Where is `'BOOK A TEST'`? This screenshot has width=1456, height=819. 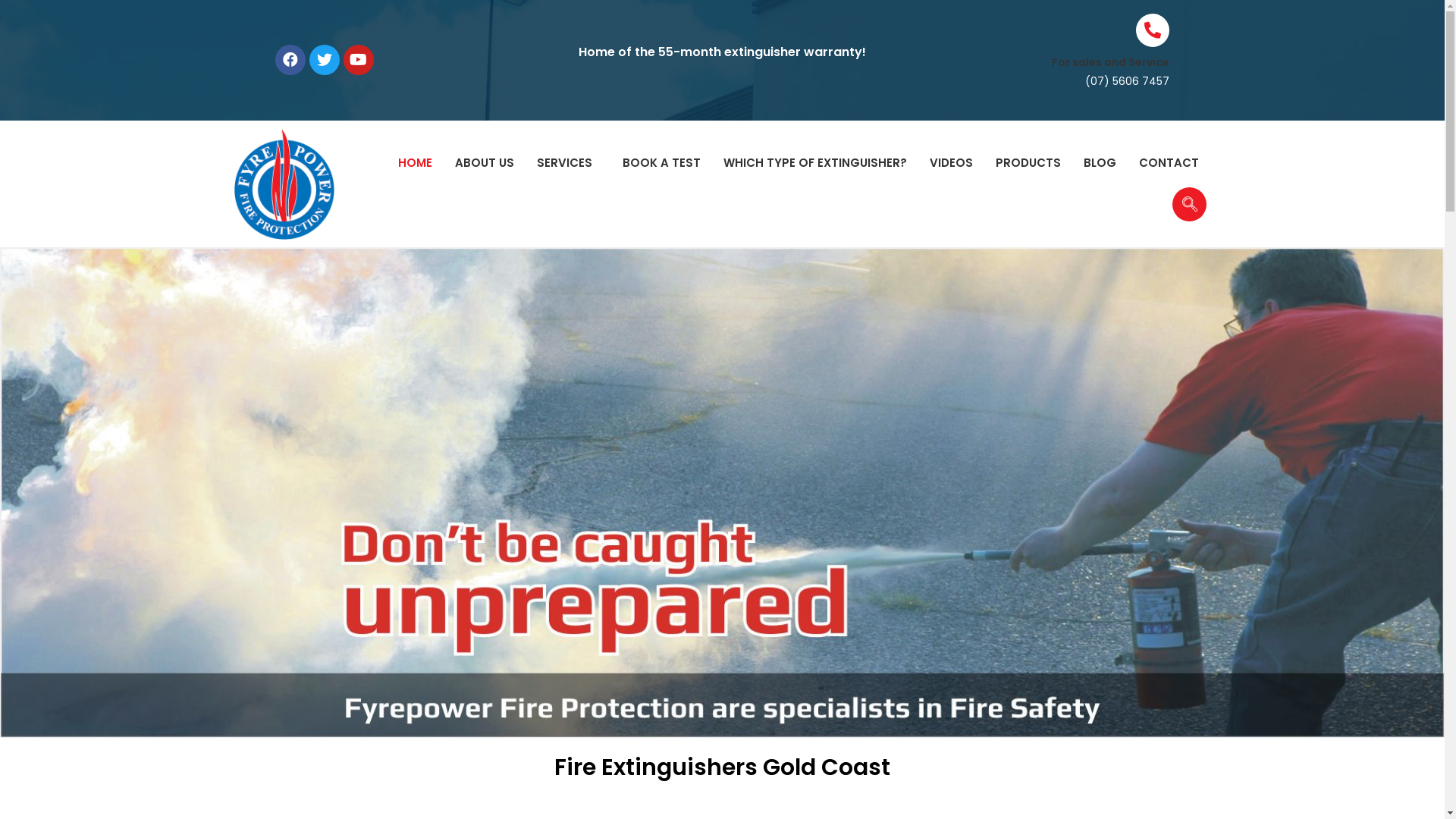 'BOOK A TEST' is located at coordinates (661, 163).